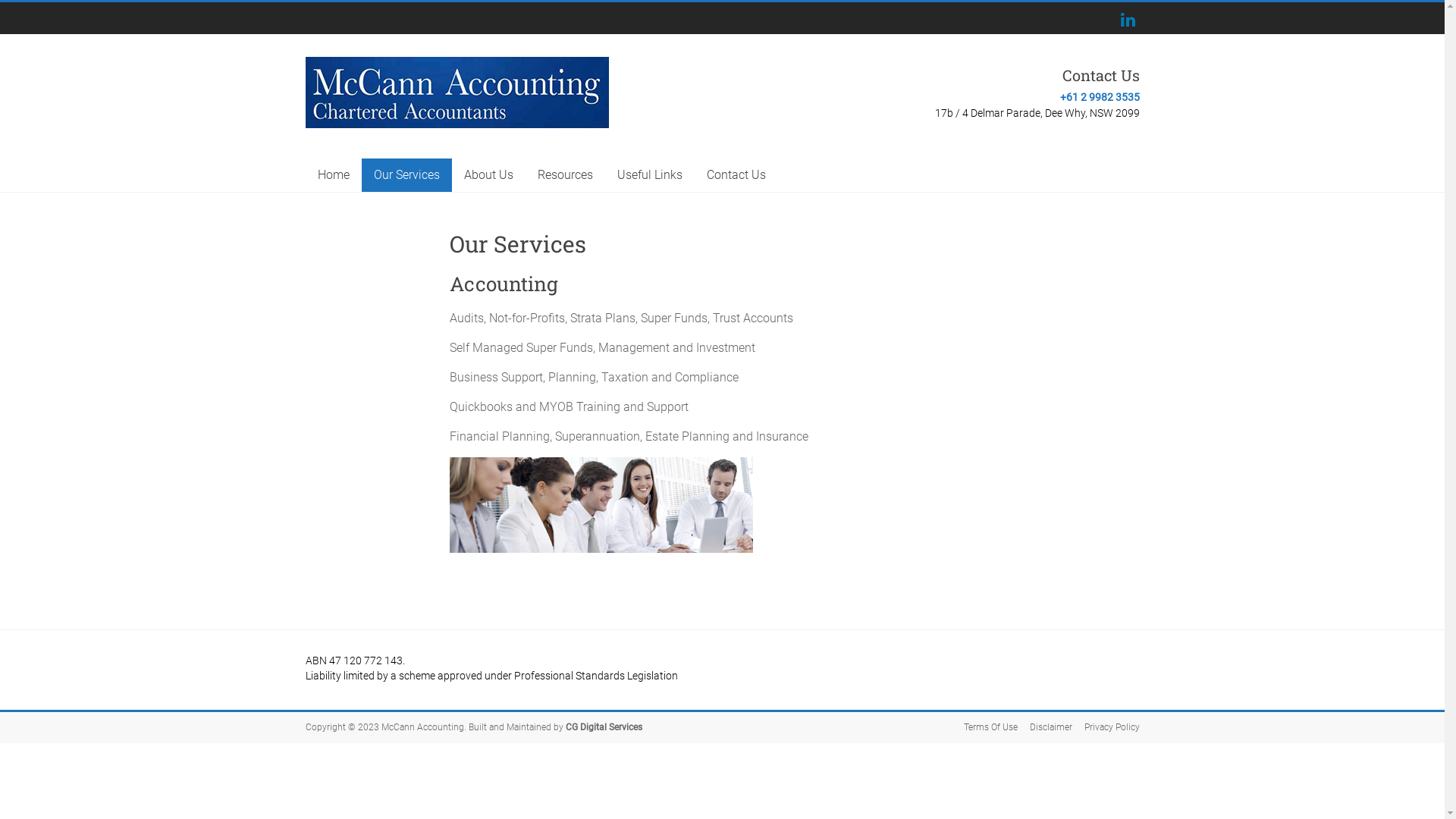  Describe the element at coordinates (1100, 96) in the screenshot. I see `'+61 2 9982 3535'` at that location.